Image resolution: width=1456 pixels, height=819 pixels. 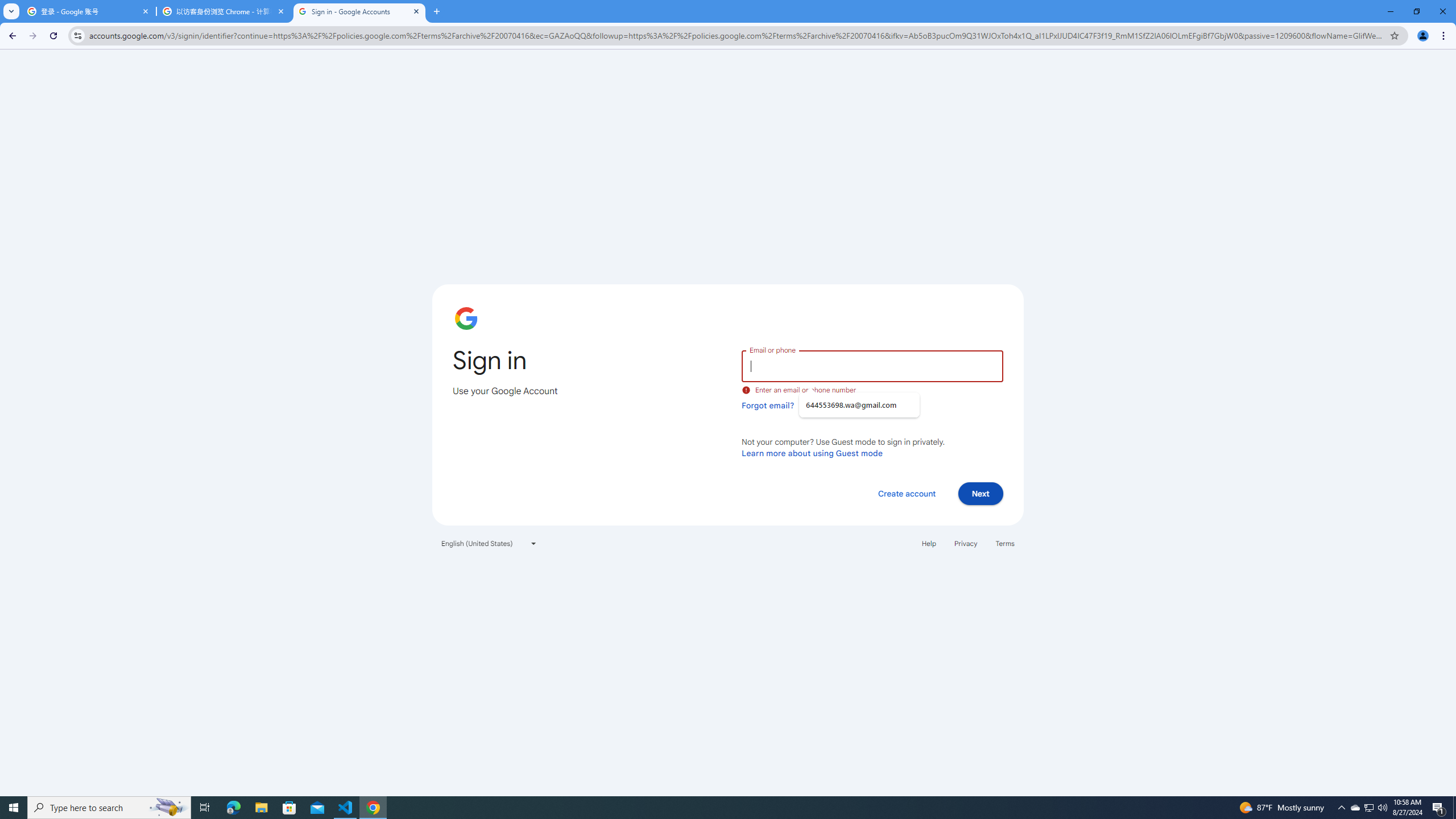 I want to click on 'Learn more about using Guest mode', so click(x=812, y=453).